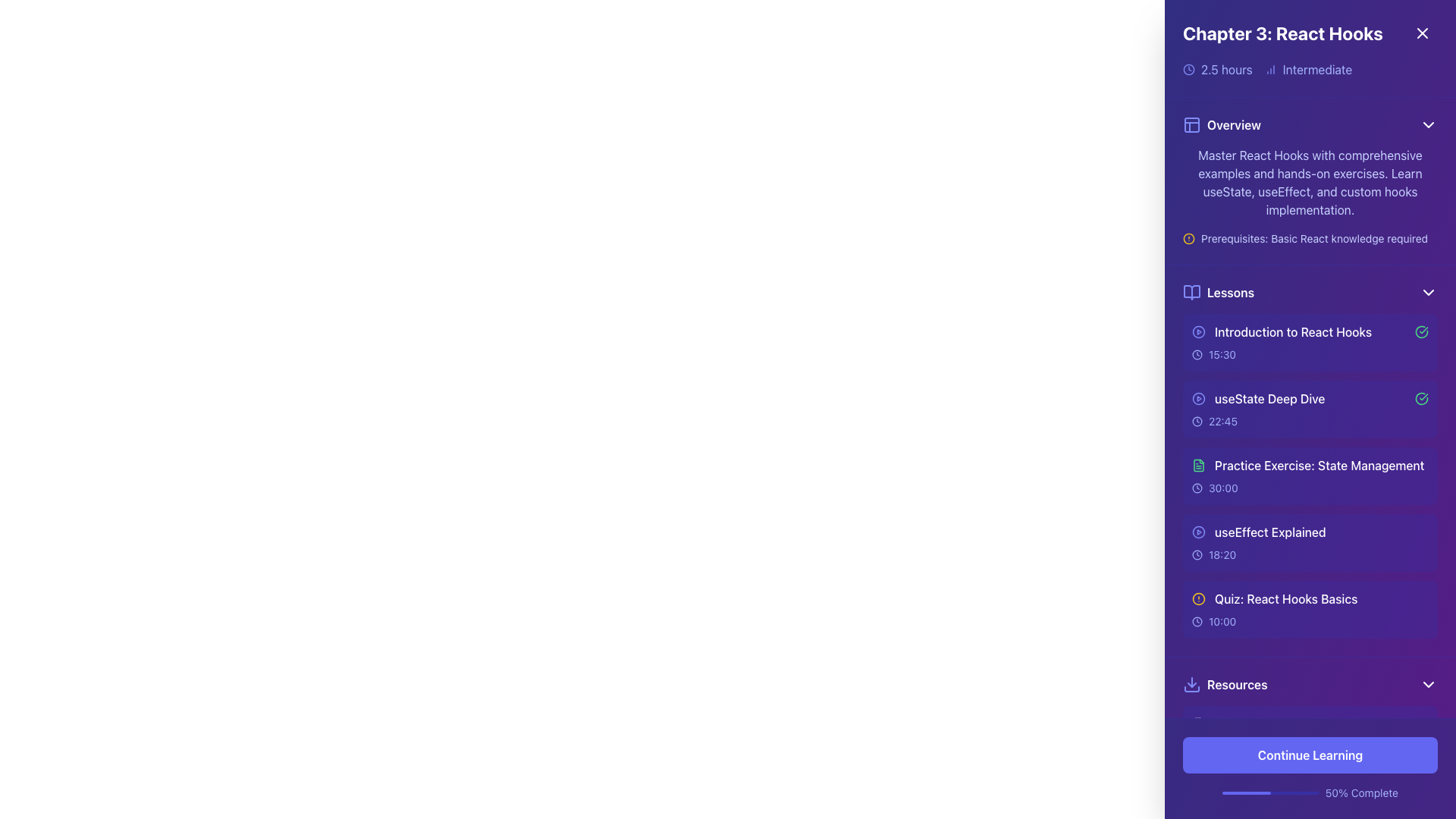 The height and width of the screenshot is (819, 1456). I want to click on the 'Lessons' text label located in the navigation panel on the right side of the interface, so click(1231, 292).